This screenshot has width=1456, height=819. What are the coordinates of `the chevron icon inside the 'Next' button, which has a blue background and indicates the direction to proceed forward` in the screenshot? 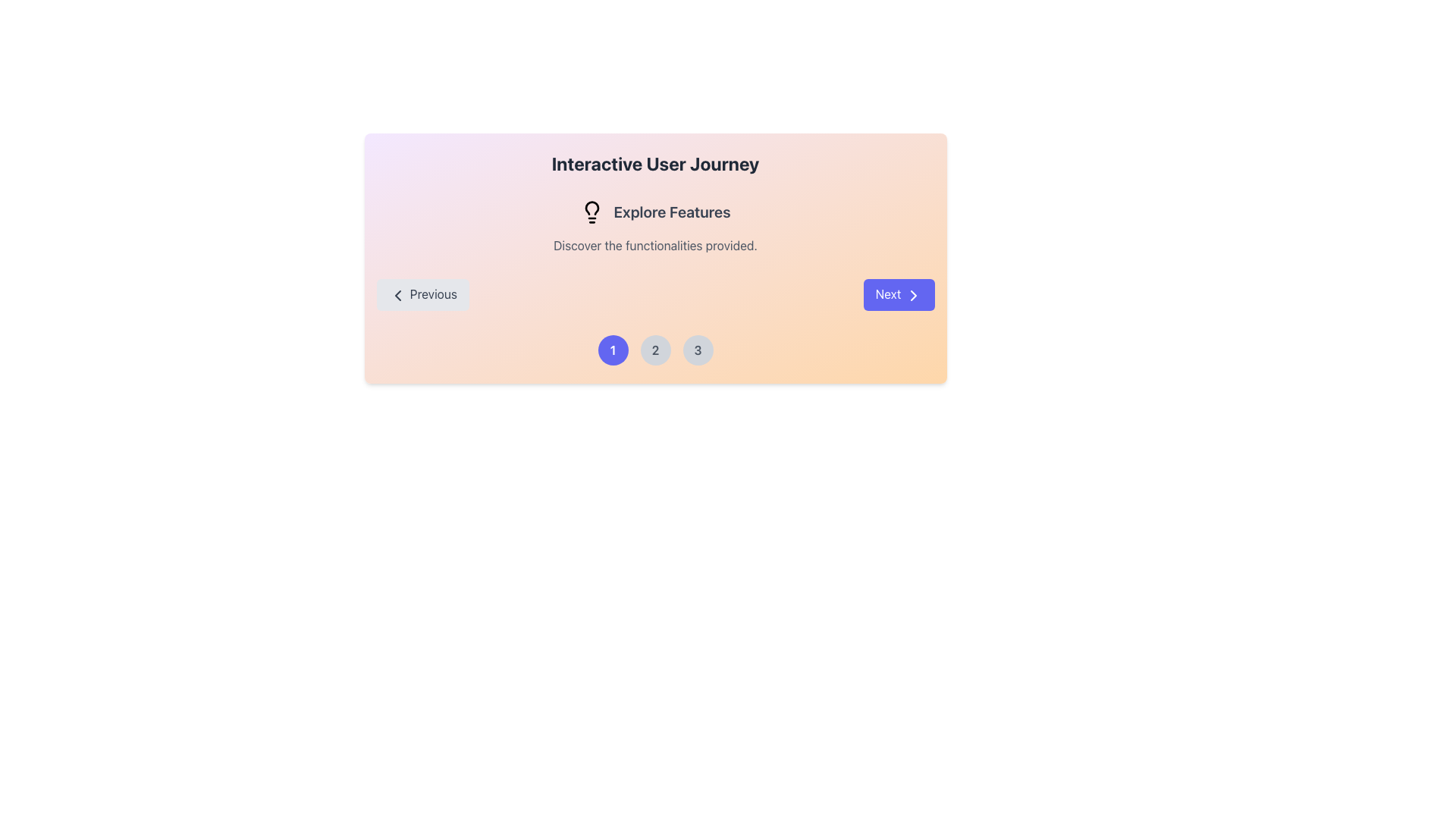 It's located at (912, 295).